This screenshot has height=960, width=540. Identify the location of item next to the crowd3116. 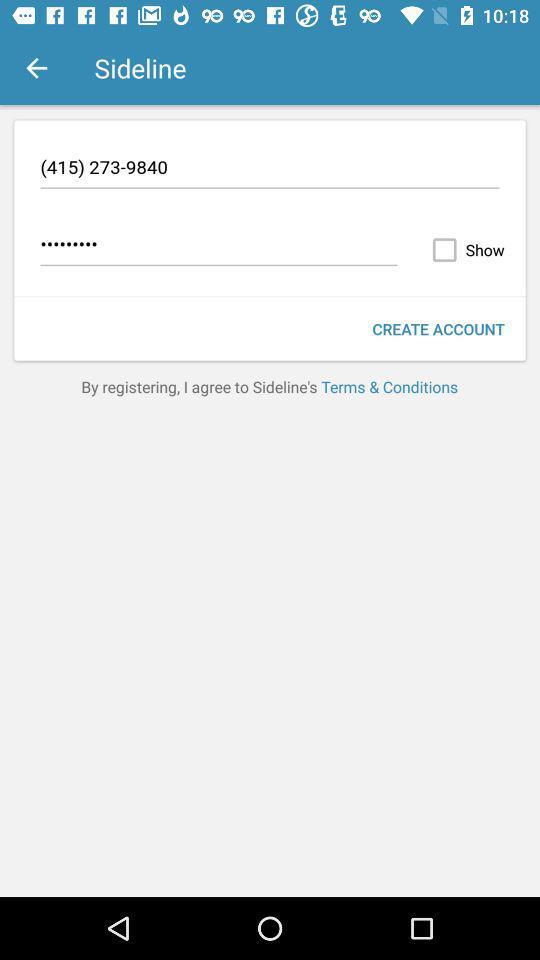
(464, 249).